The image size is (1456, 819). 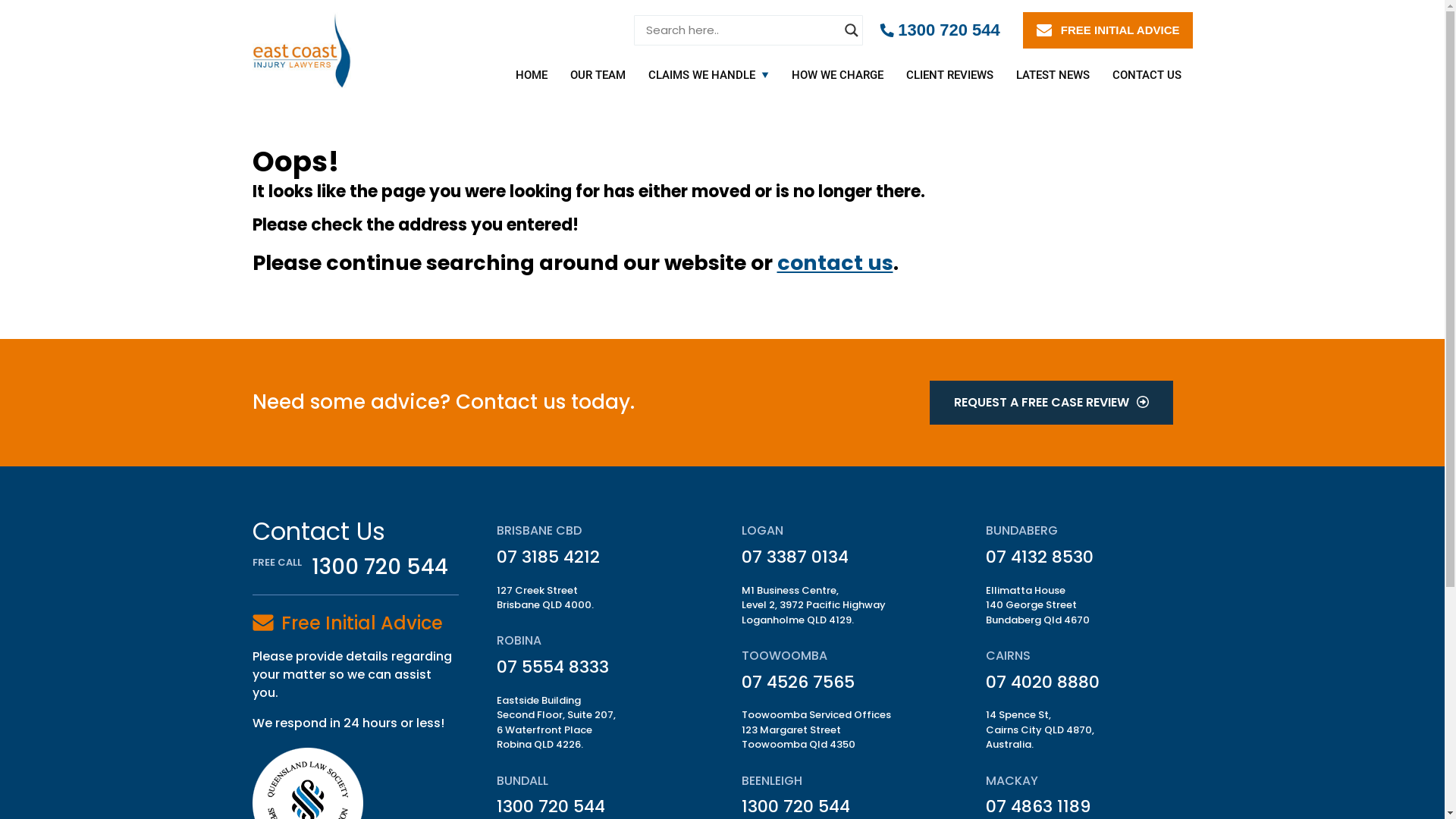 I want to click on 'Free Initial Advice', so click(x=360, y=623).